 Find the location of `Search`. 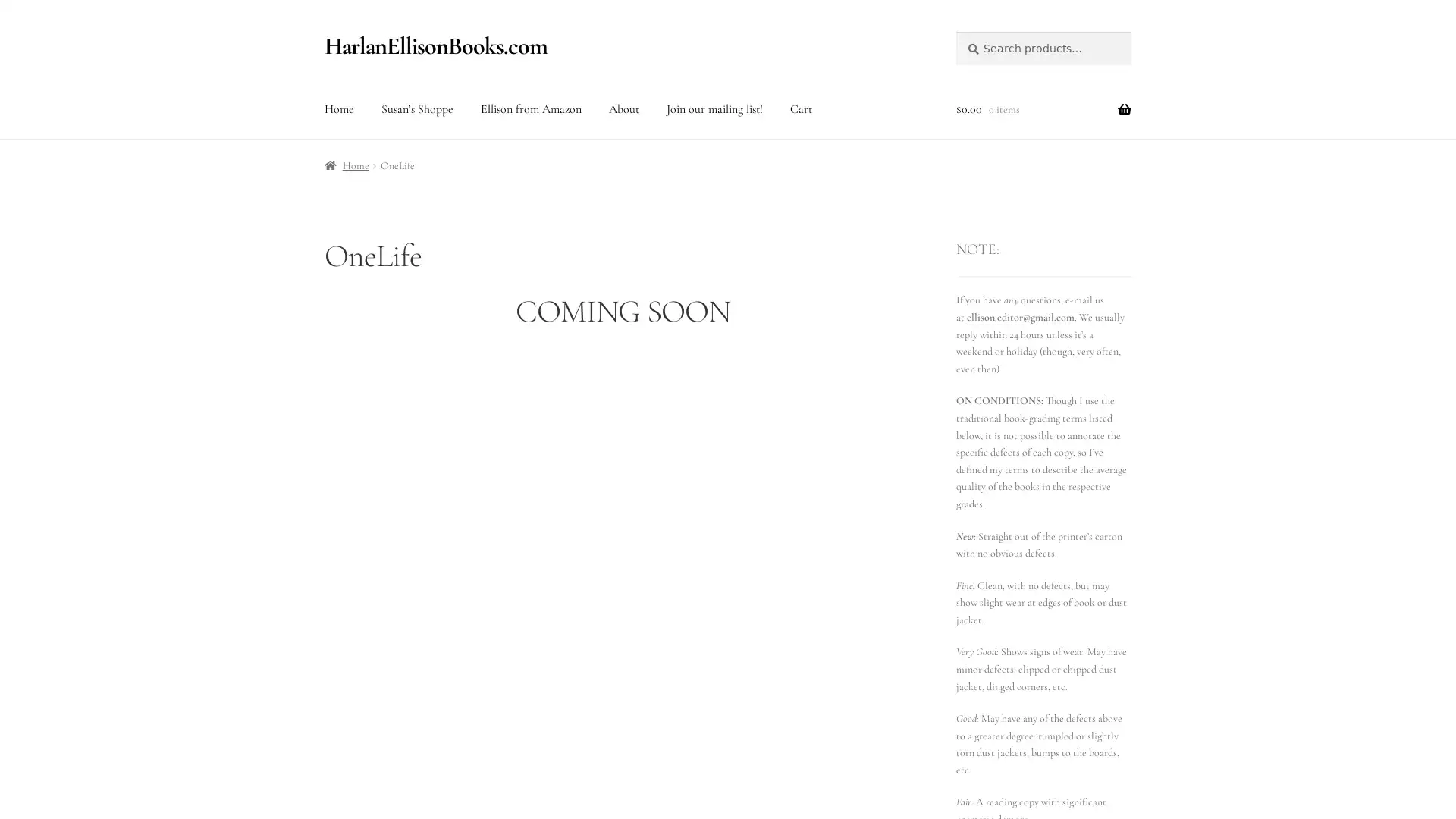

Search is located at coordinates (954, 30).